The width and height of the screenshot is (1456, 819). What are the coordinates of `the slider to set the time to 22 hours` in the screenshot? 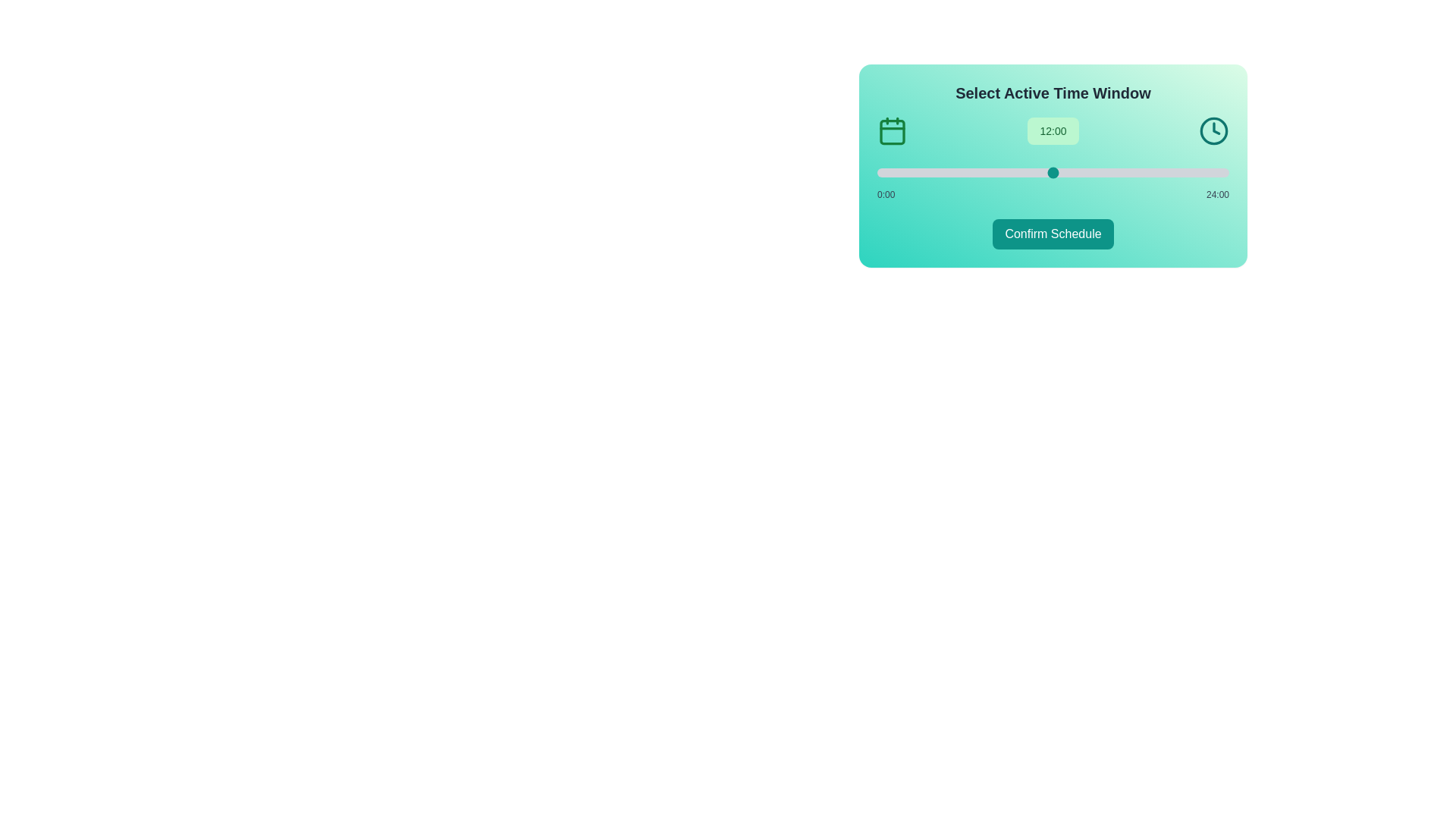 It's located at (1199, 171).